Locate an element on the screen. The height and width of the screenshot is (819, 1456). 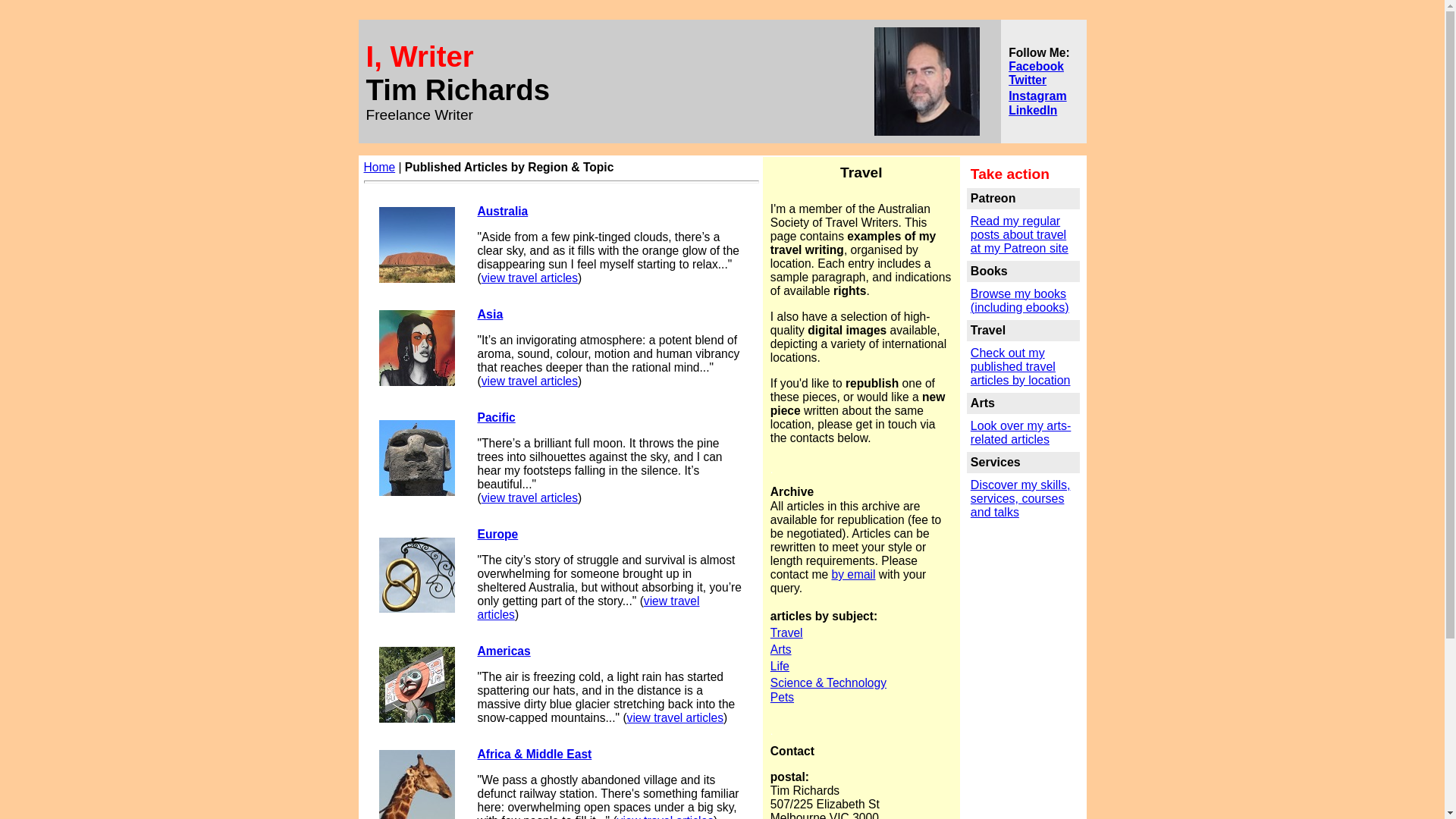
'Science & Technology' is located at coordinates (827, 682).